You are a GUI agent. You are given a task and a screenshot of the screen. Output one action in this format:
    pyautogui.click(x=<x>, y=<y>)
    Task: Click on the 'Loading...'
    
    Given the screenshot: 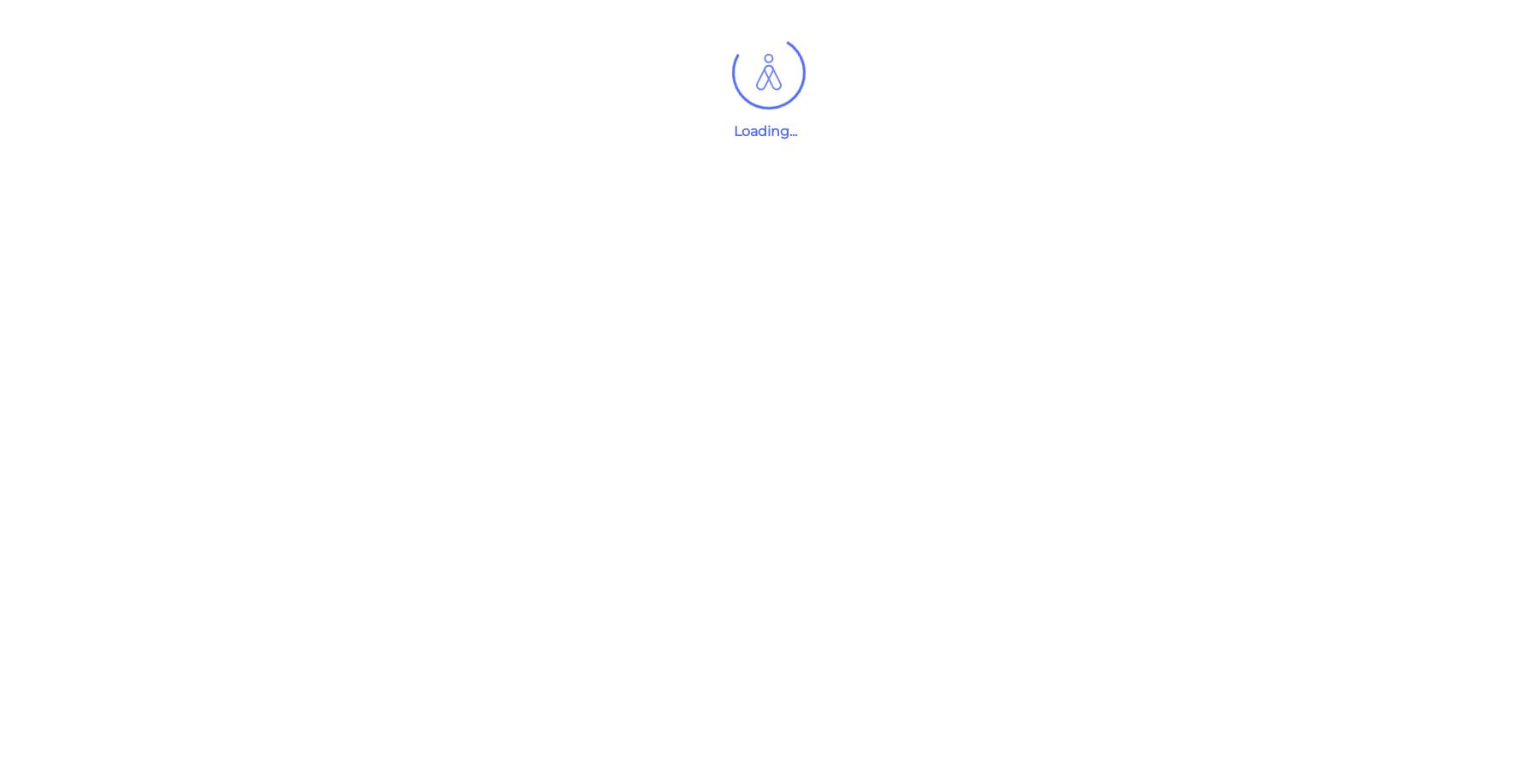 What is the action you would take?
    pyautogui.click(x=733, y=131)
    